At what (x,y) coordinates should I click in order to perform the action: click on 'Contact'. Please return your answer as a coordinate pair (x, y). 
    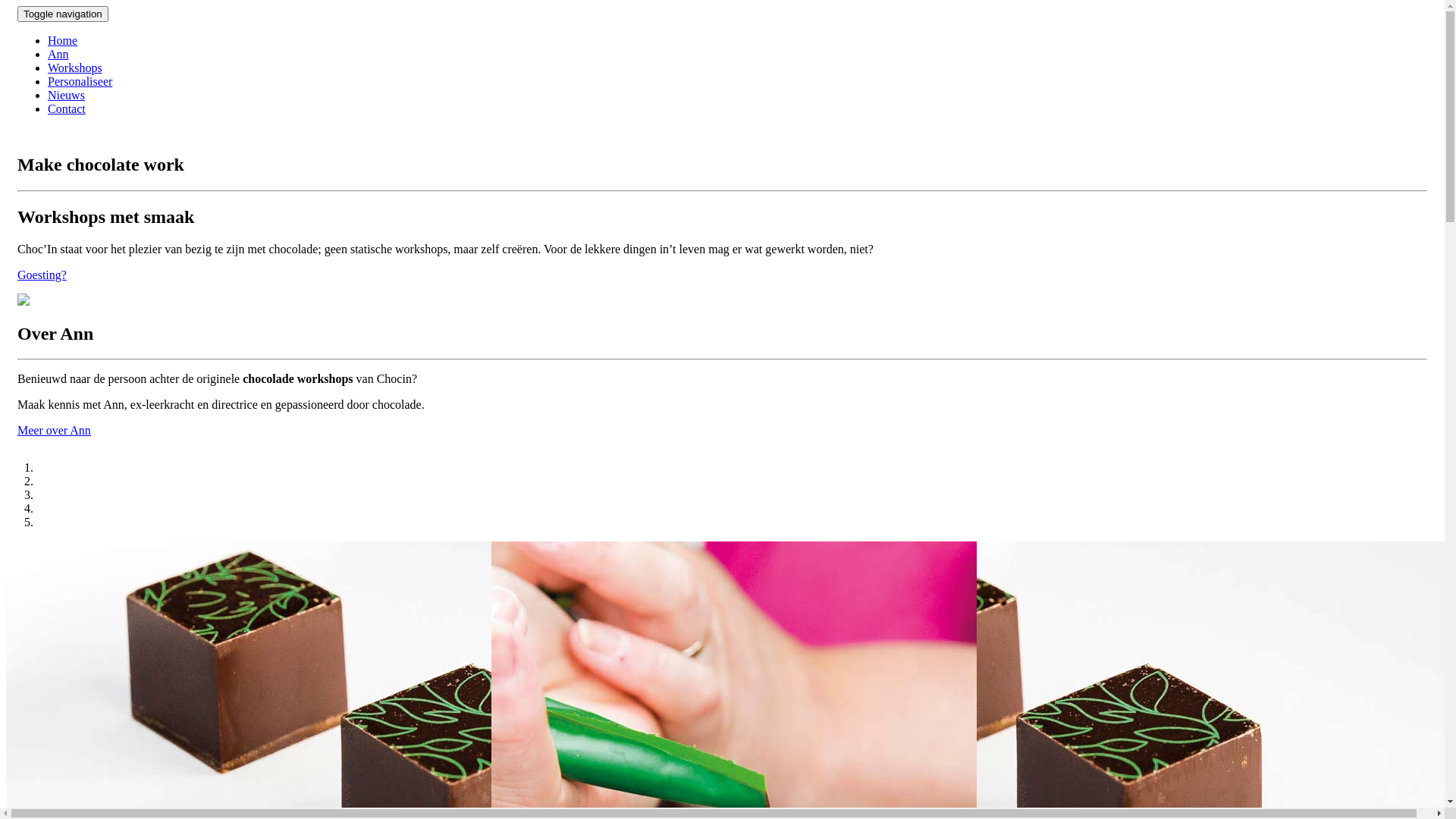
    Looking at the image, I should click on (65, 108).